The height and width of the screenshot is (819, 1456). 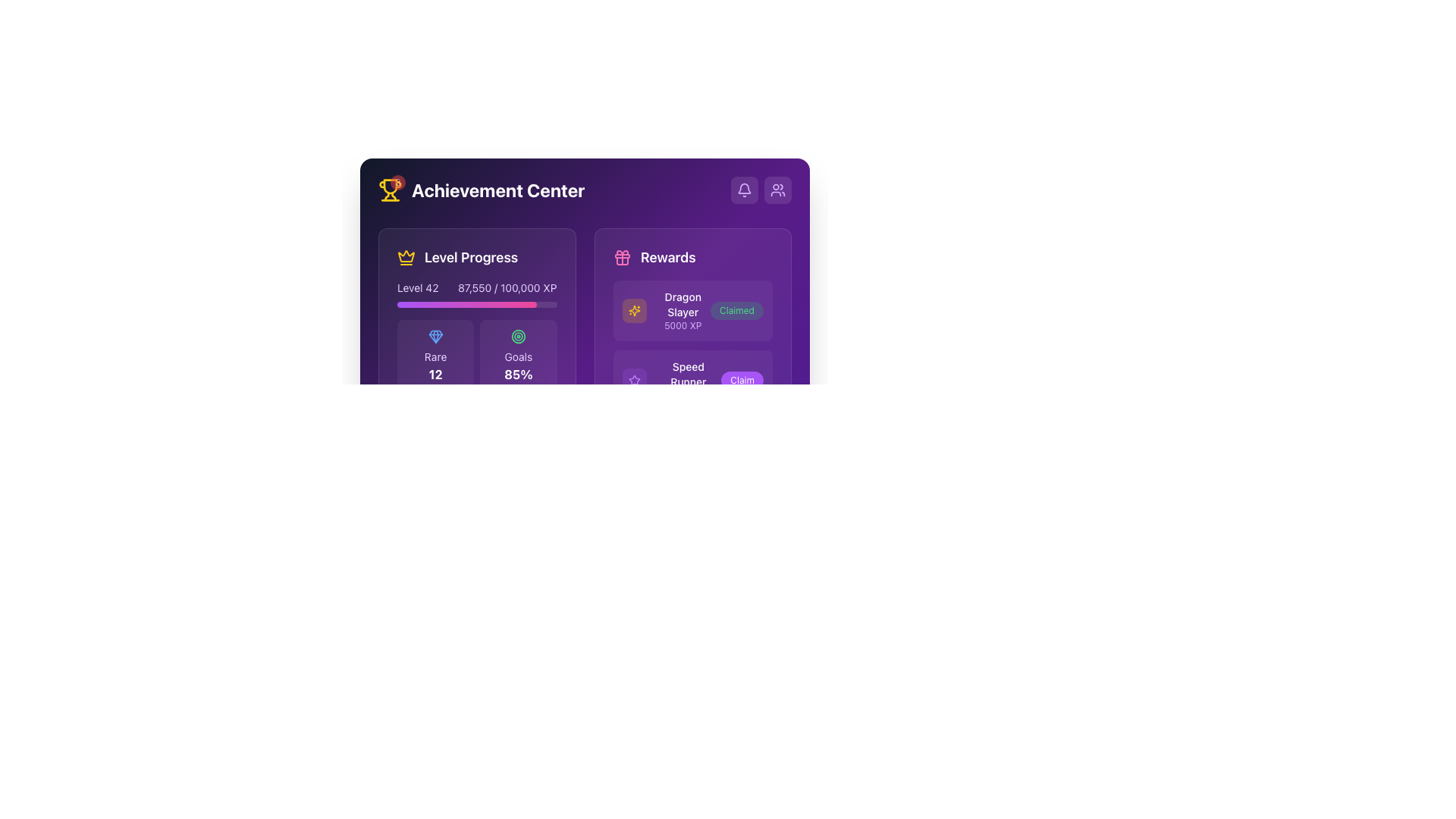 What do you see at coordinates (692, 256) in the screenshot?
I see `the 'Rewards' header label with a pink gift box icon, which is prominently styled and located in the top-right quadrant of the layout` at bounding box center [692, 256].